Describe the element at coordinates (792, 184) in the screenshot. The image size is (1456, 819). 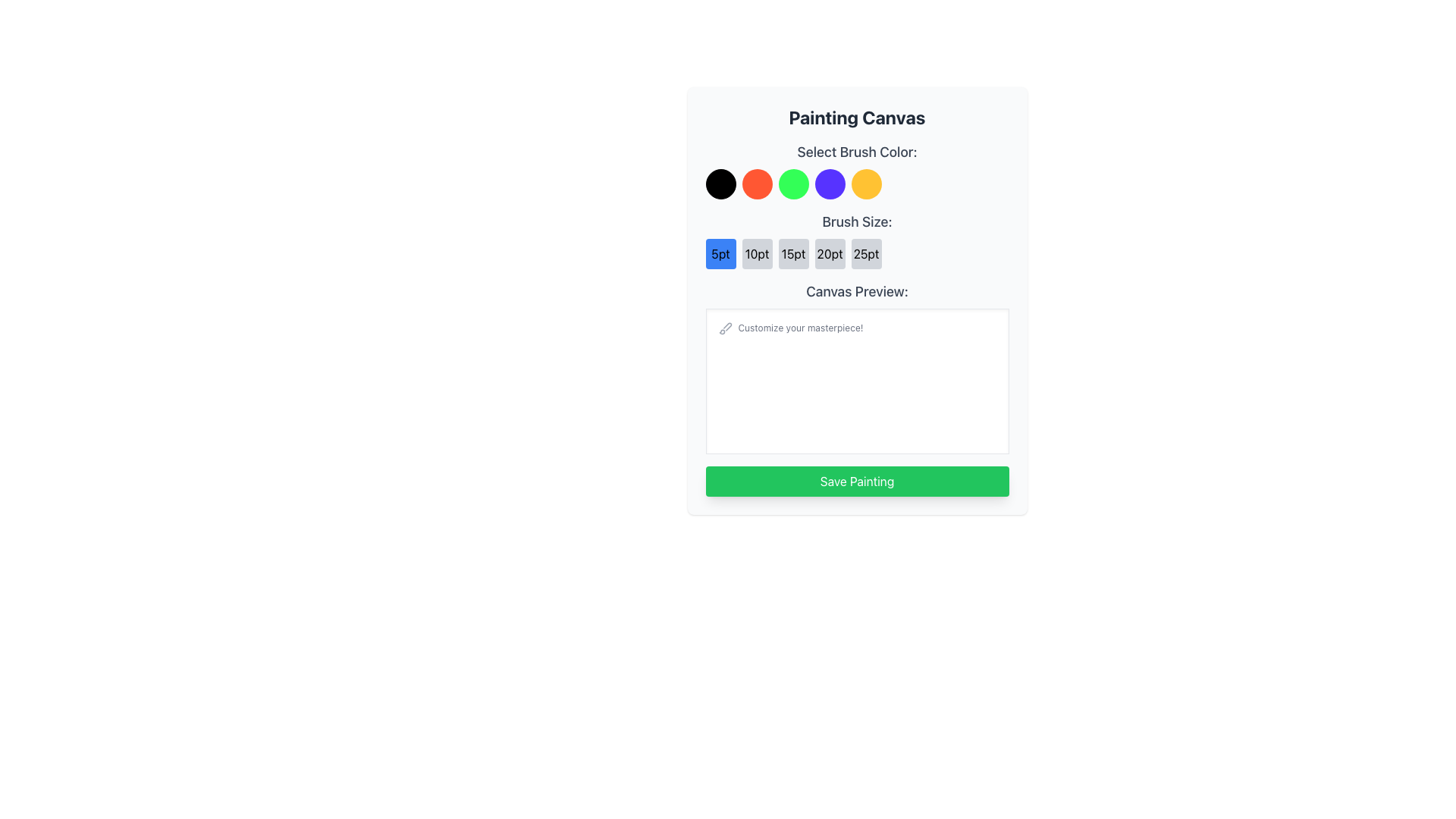
I see `the third button in the color selection sequence` at that location.